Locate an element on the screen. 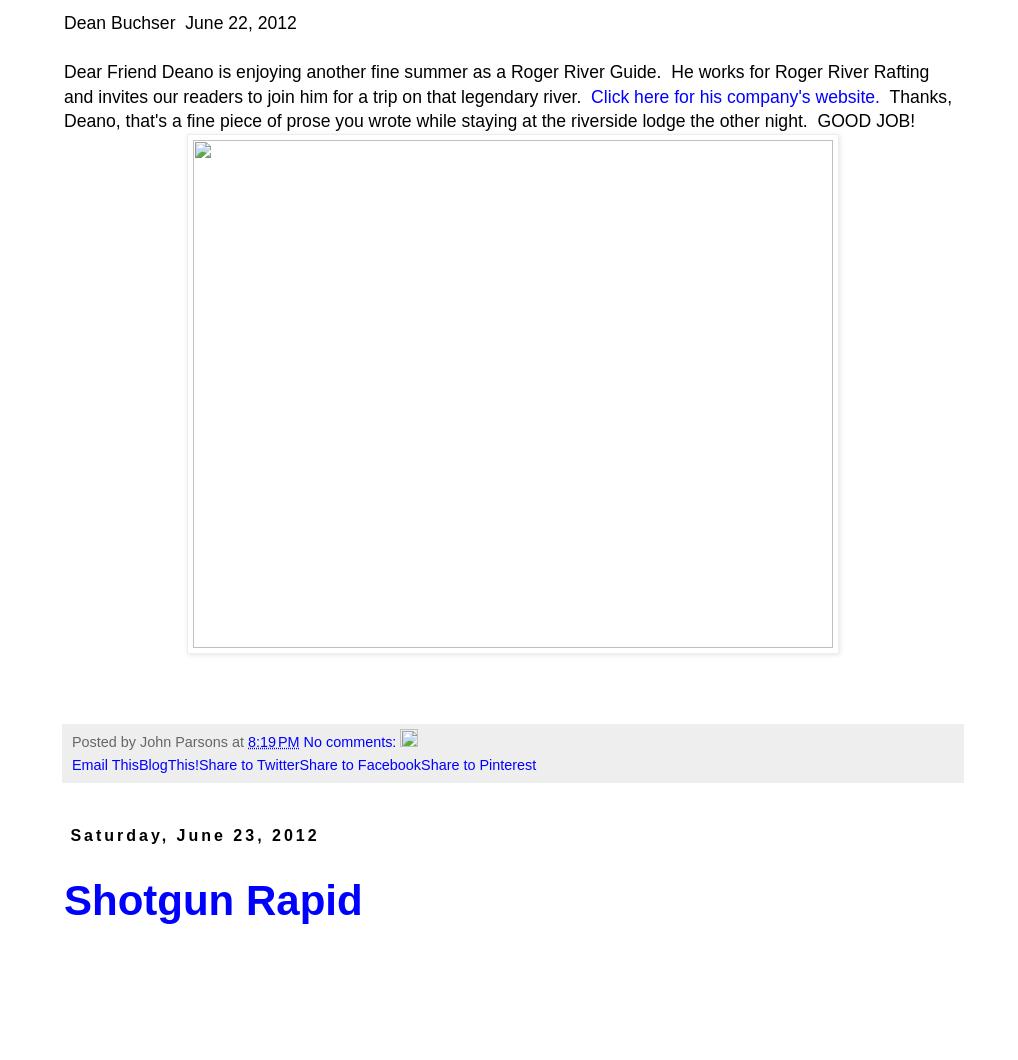 This screenshot has height=1060, width=1018. 'No comments:' is located at coordinates (350, 740).